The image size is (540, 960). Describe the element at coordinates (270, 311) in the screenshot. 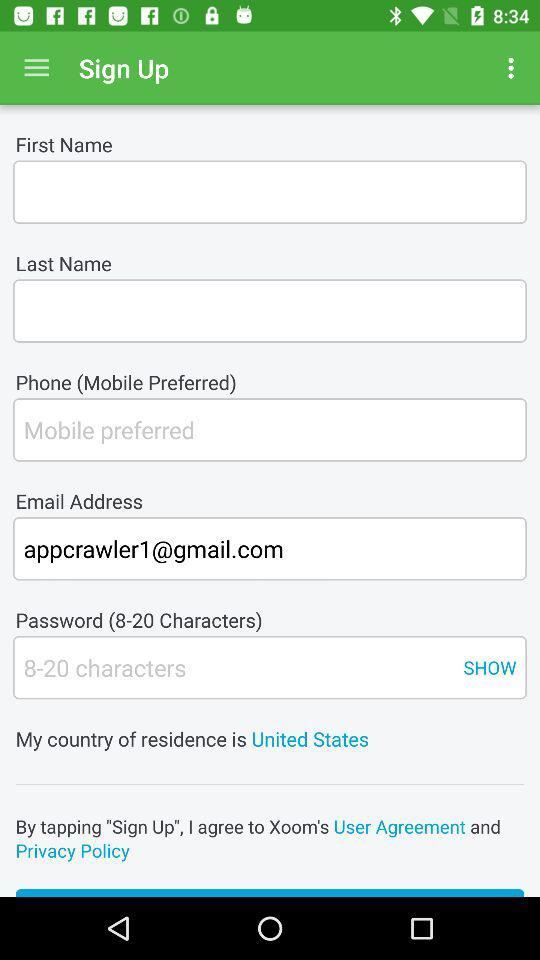

I see `the icon last name` at that location.